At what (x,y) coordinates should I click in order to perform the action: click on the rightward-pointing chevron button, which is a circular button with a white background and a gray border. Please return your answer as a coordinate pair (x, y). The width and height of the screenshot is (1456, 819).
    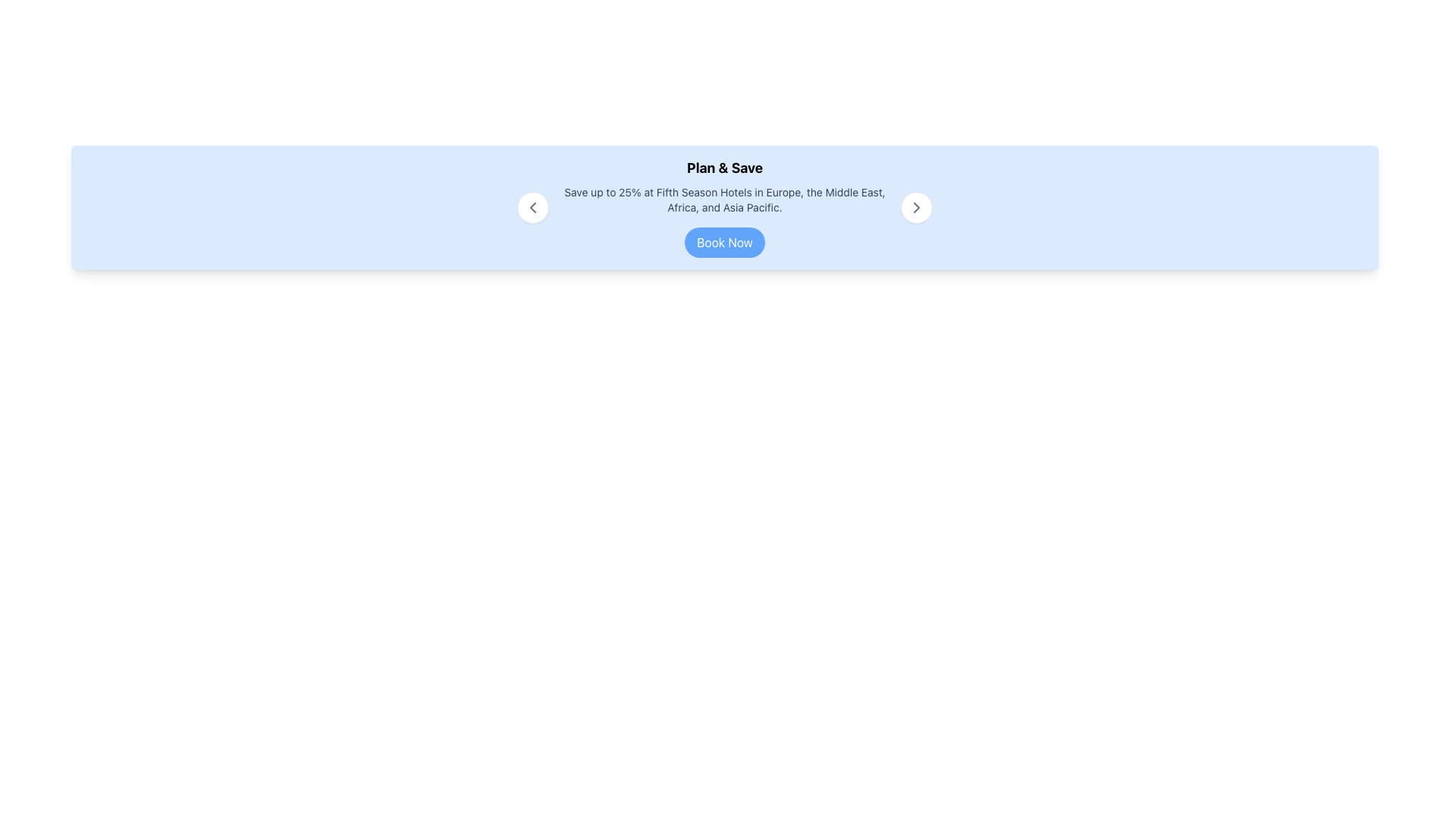
    Looking at the image, I should click on (916, 207).